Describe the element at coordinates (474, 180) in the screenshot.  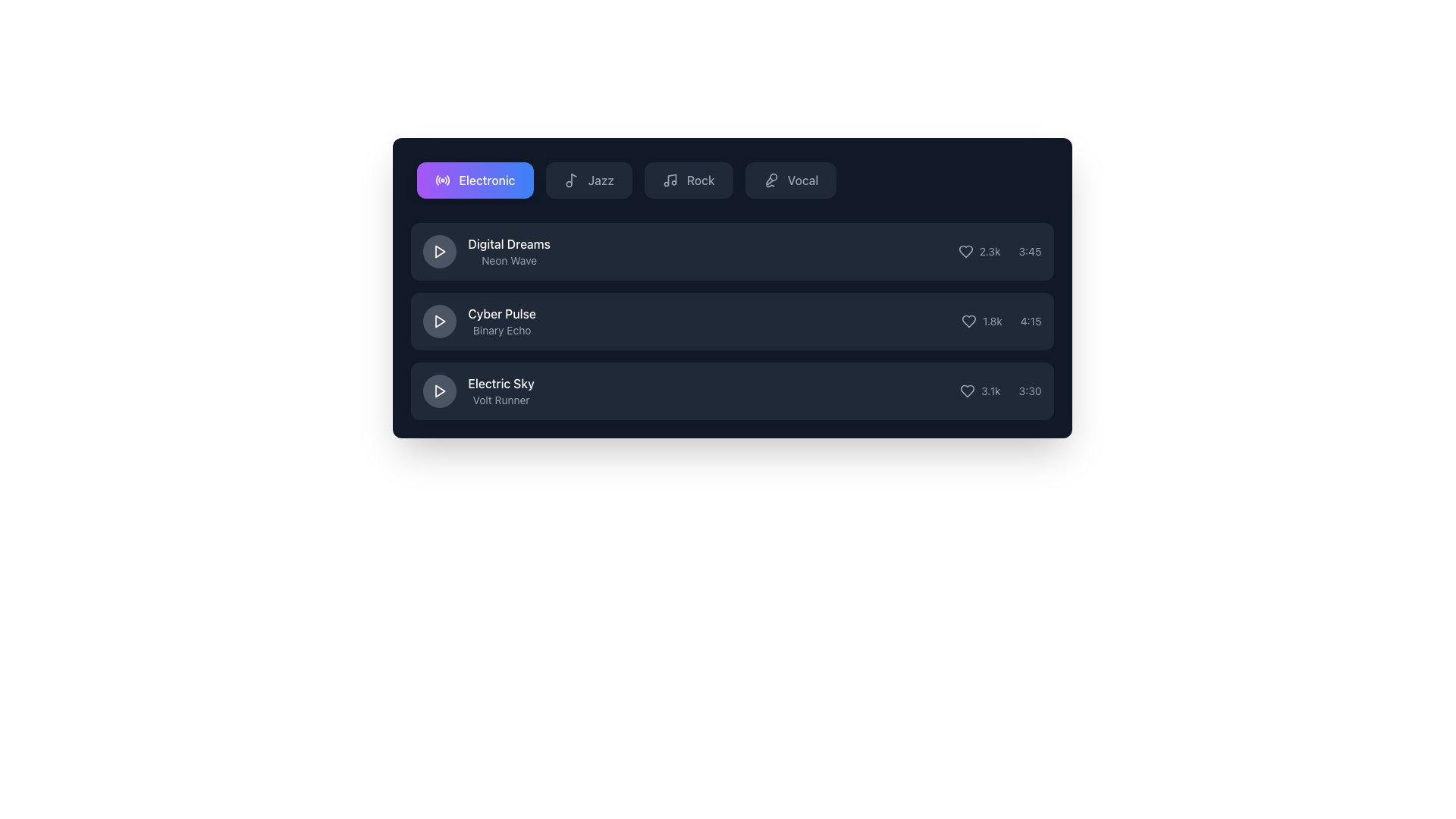
I see `the first category button labeled 'Electronic' with a pill shape and gradient background` at that location.